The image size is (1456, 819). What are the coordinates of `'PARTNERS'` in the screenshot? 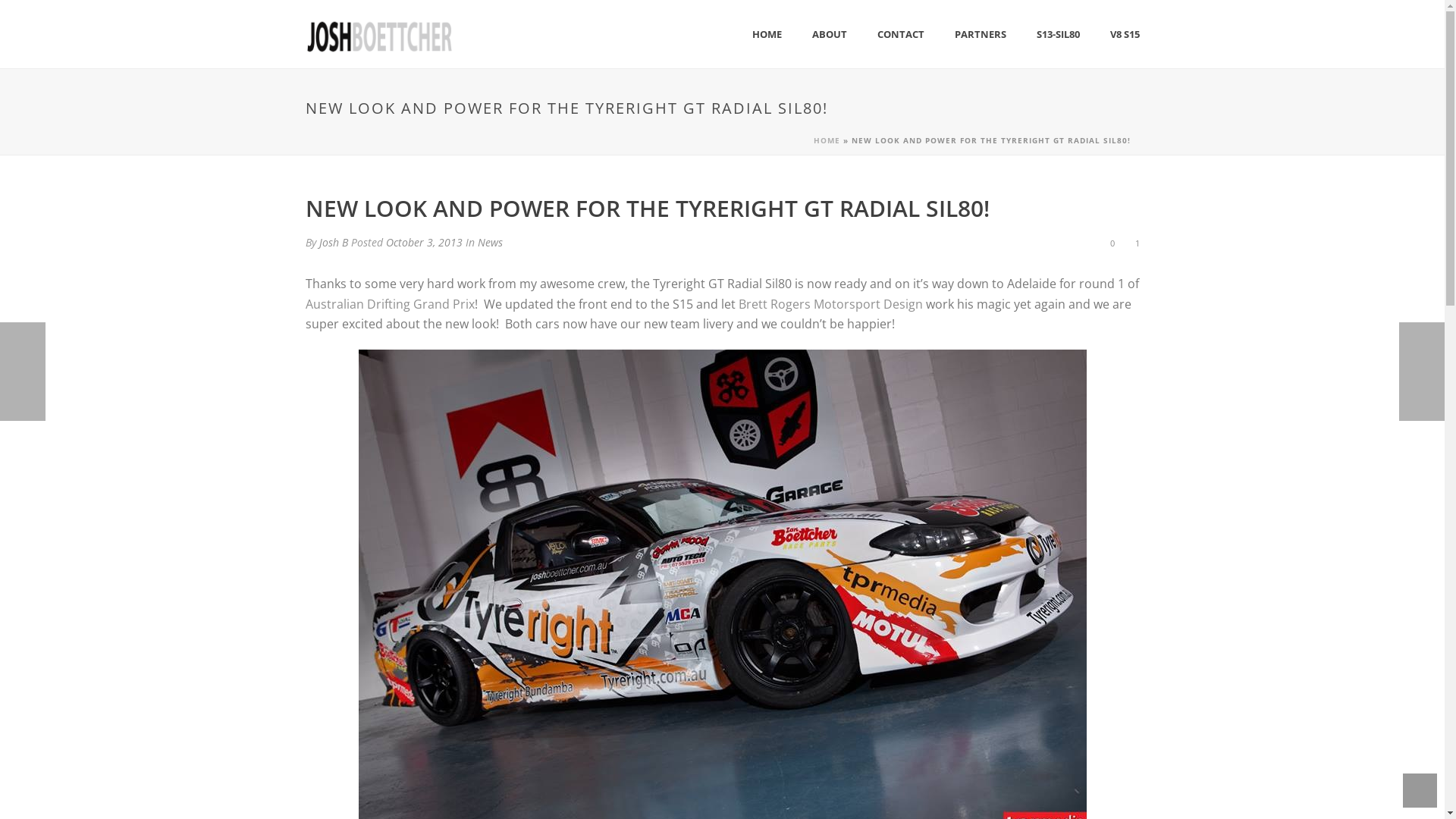 It's located at (979, 34).